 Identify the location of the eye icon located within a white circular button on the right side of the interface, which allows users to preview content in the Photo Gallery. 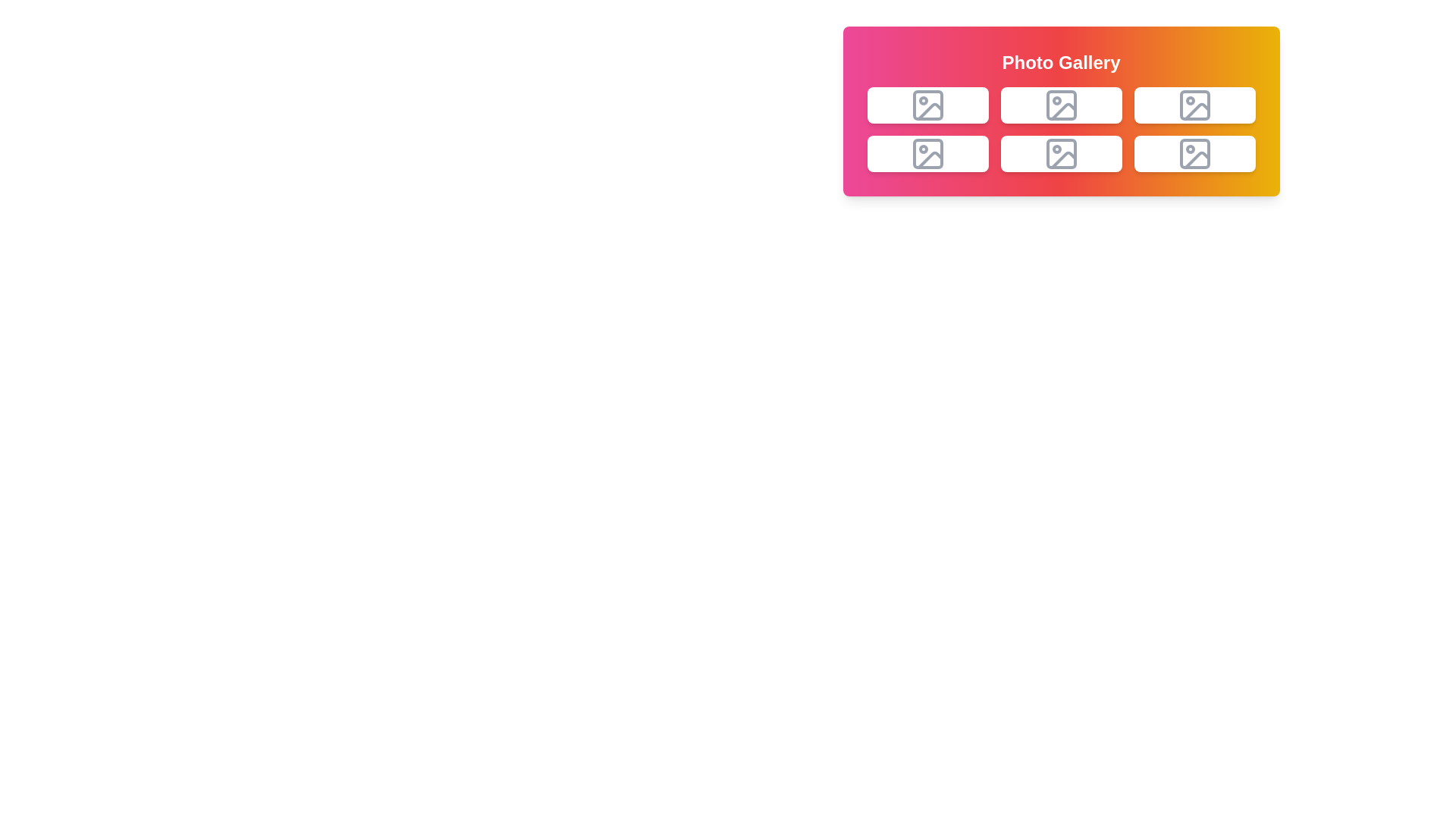
(908, 154).